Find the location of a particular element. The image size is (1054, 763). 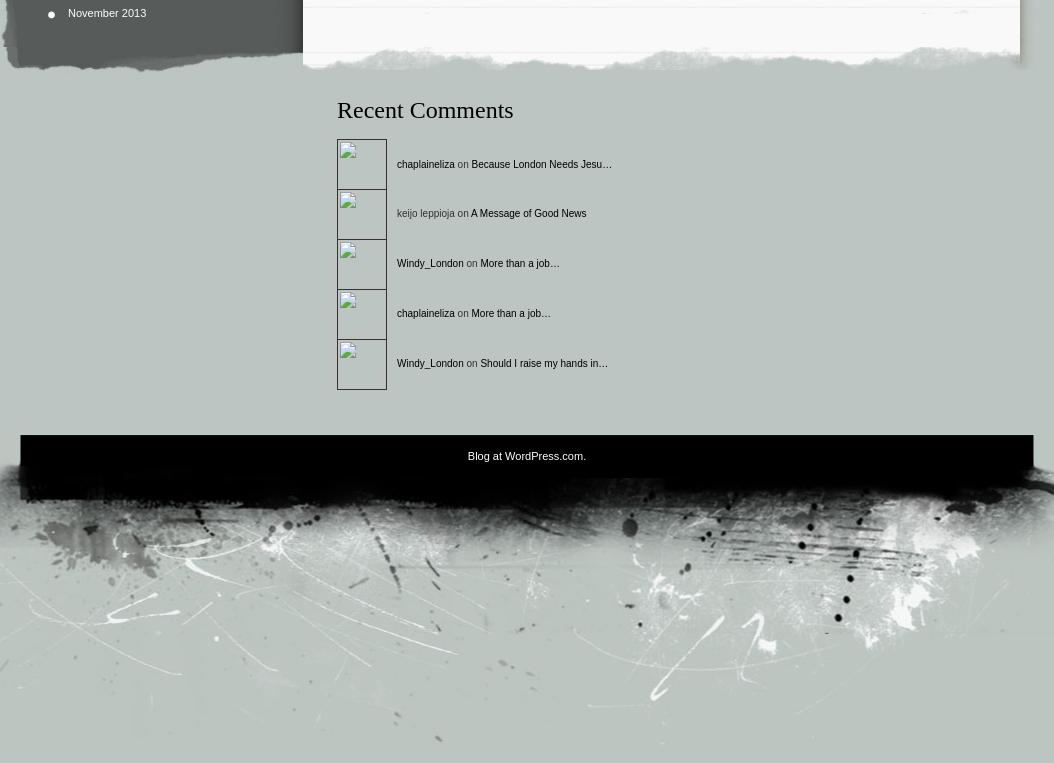

'Because London Needs Jesu…' is located at coordinates (541, 162).